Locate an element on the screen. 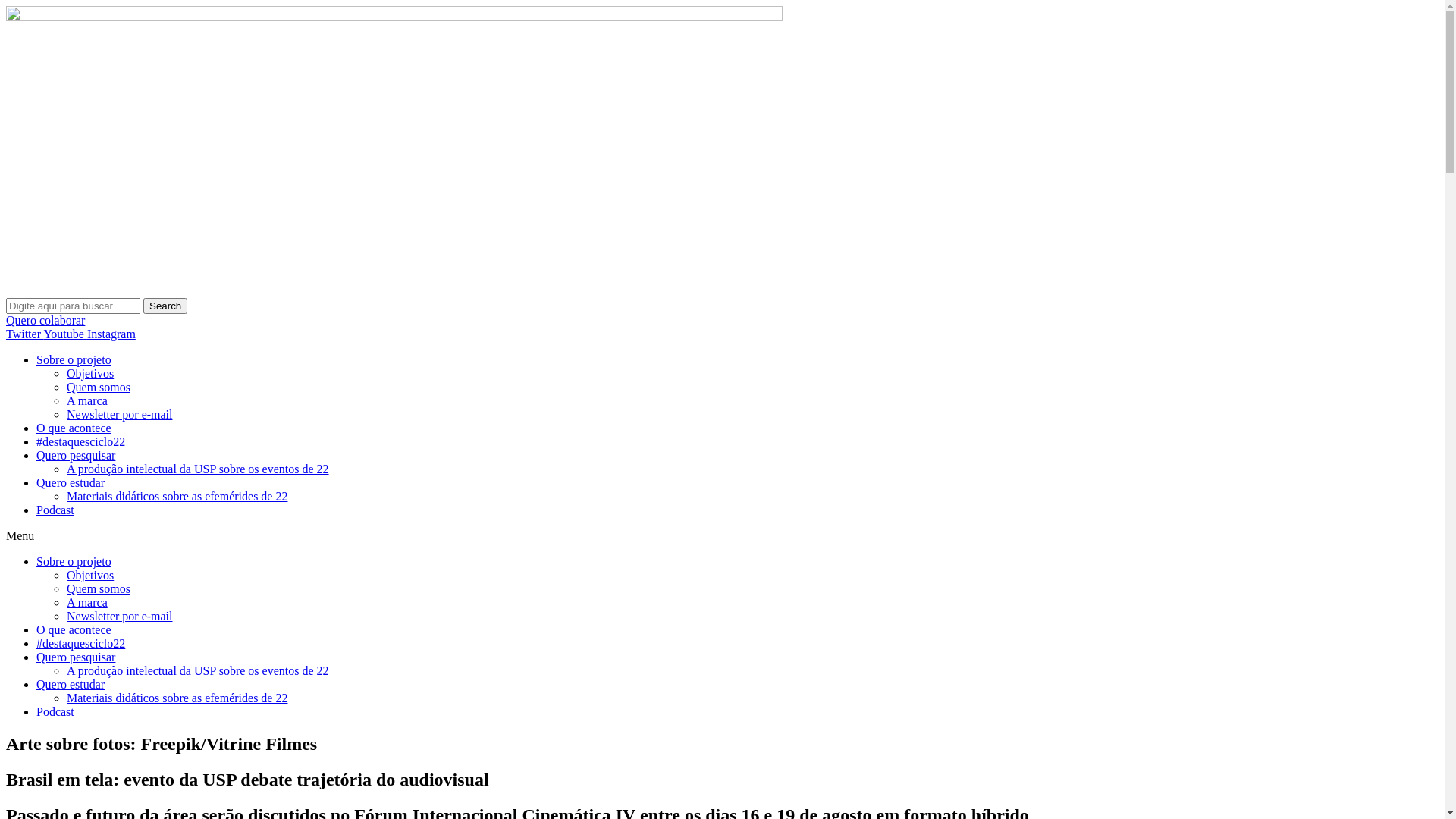 Image resolution: width=1456 pixels, height=819 pixels. 'Quero estudar' is located at coordinates (69, 482).